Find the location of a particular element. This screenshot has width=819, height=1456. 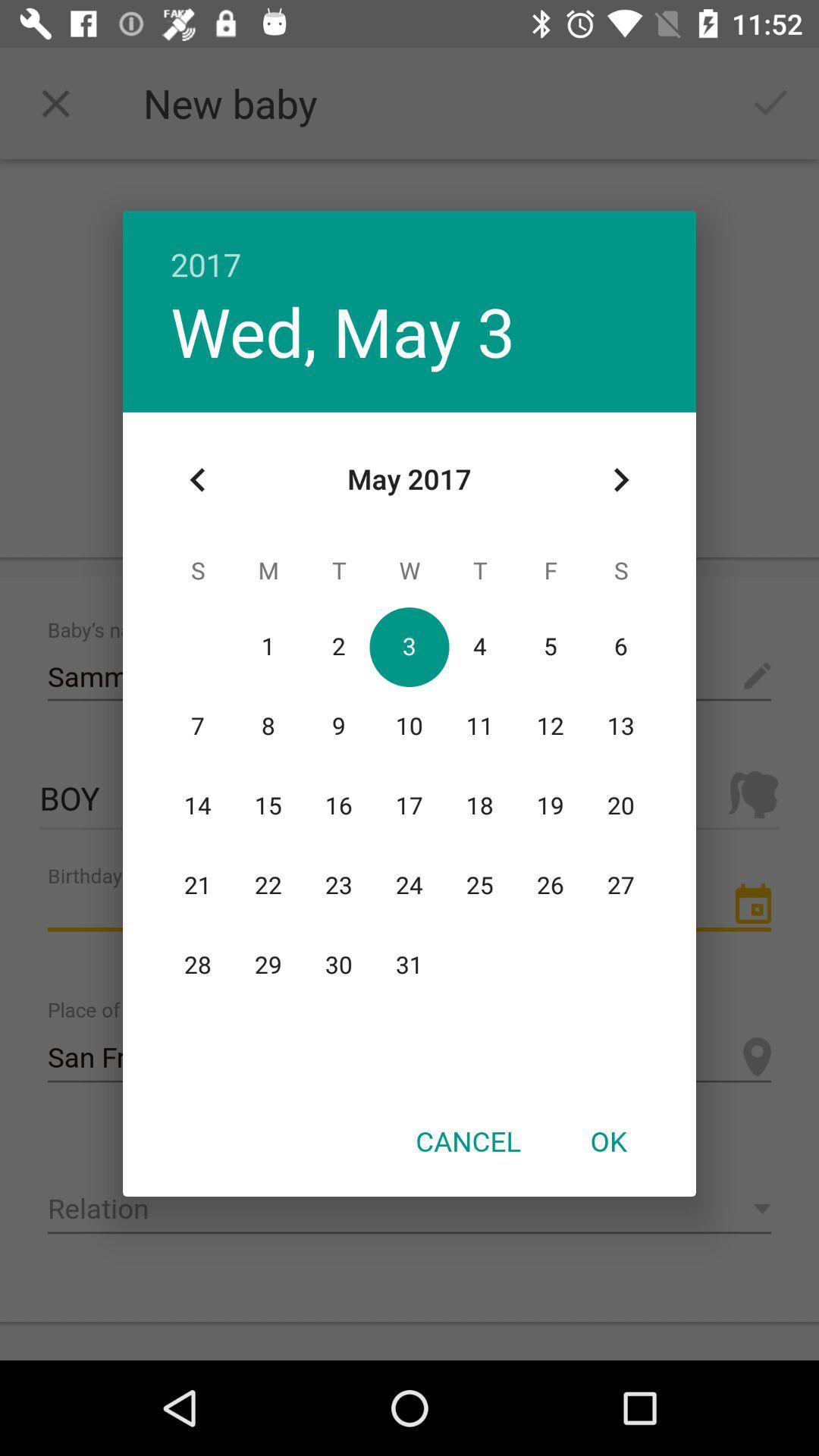

ok at the bottom right corner is located at coordinates (607, 1141).